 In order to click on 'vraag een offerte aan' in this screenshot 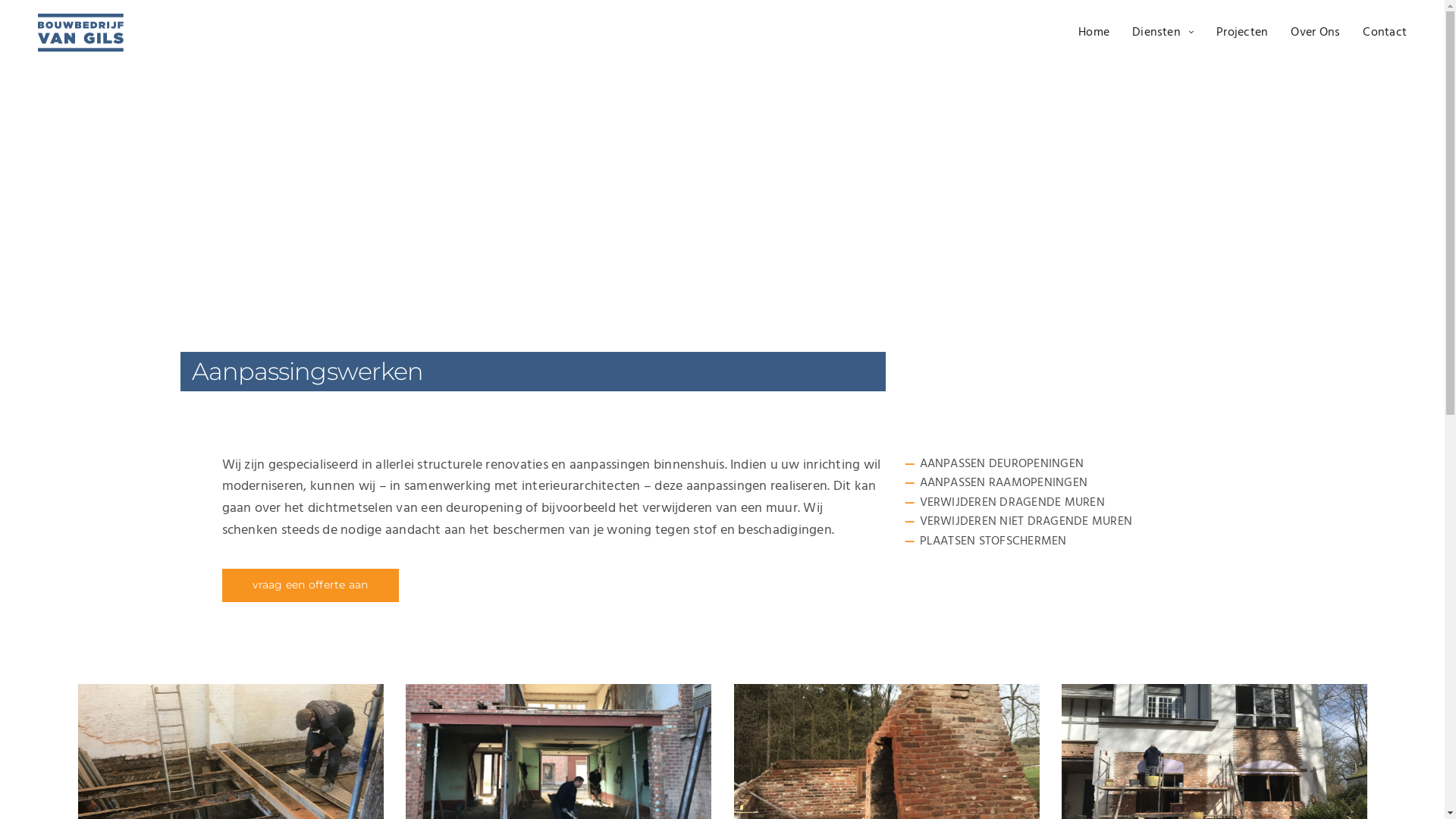, I will do `click(309, 584)`.